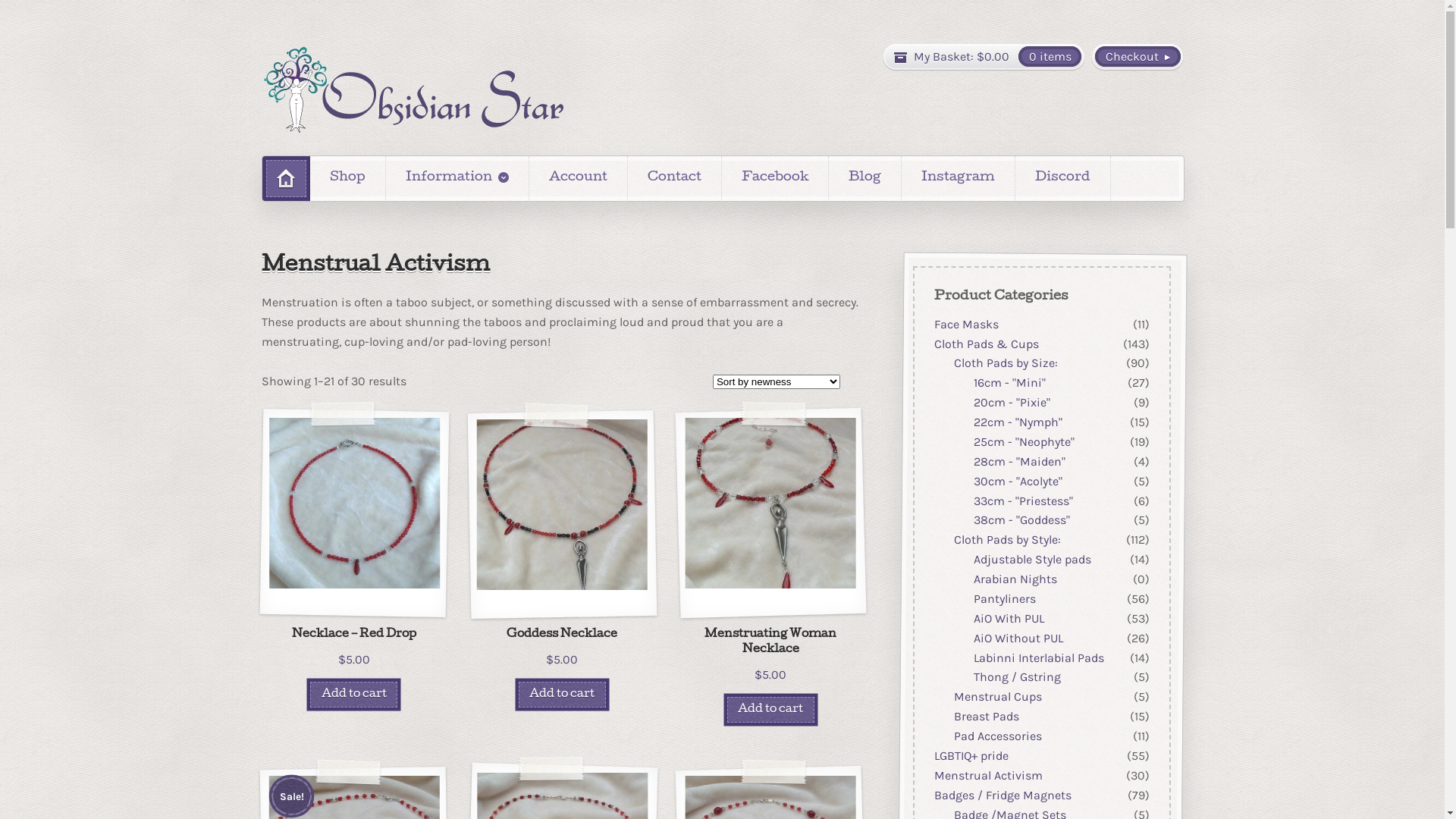 The image size is (1456, 819). Describe the element at coordinates (932, 755) in the screenshot. I see `'LGBTIQ+ pride'` at that location.